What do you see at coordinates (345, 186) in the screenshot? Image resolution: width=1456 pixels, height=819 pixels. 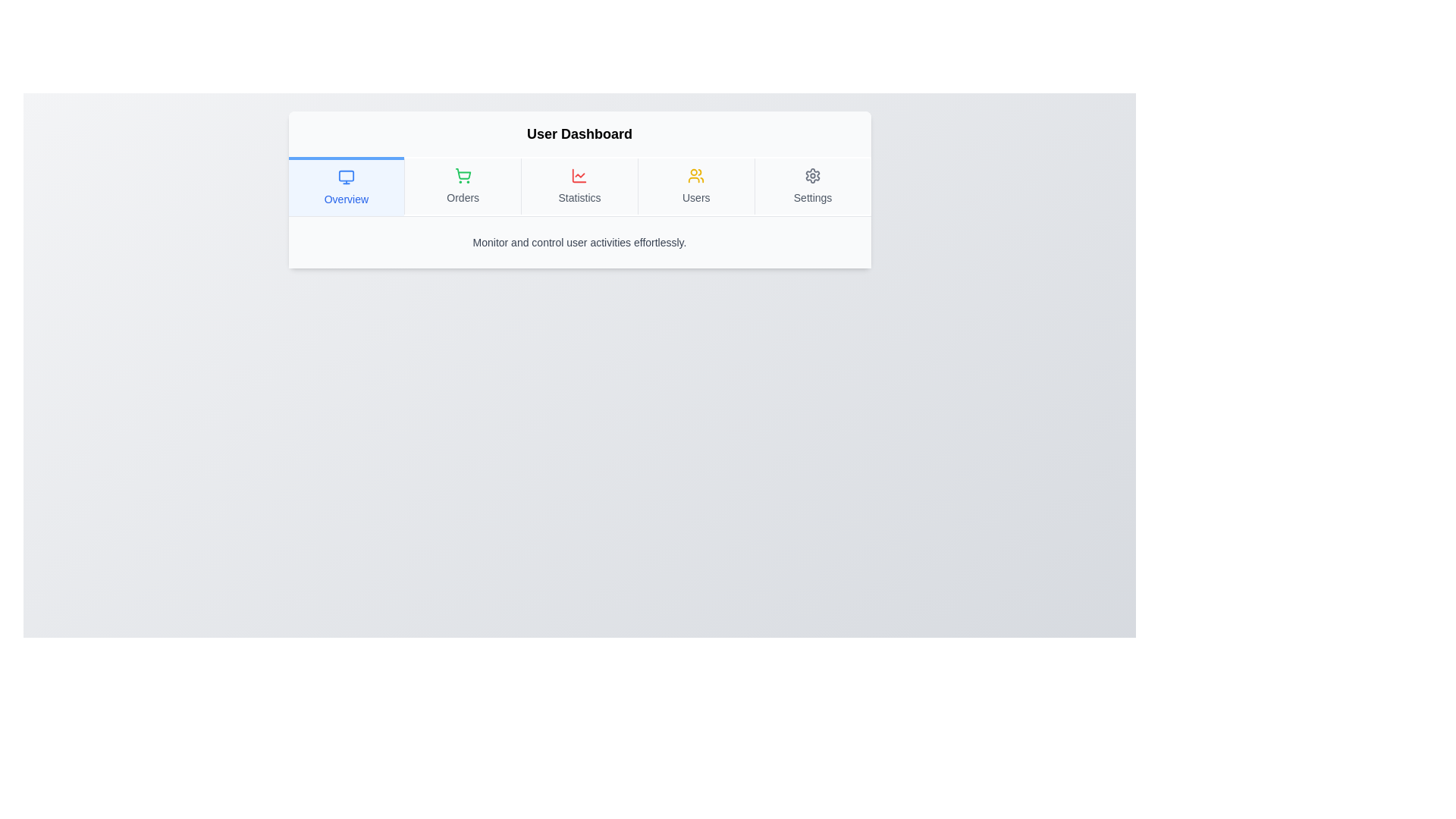 I see `the 'Overview' navigation button located at the far left of the navigation group in the user dashboard` at bounding box center [345, 186].